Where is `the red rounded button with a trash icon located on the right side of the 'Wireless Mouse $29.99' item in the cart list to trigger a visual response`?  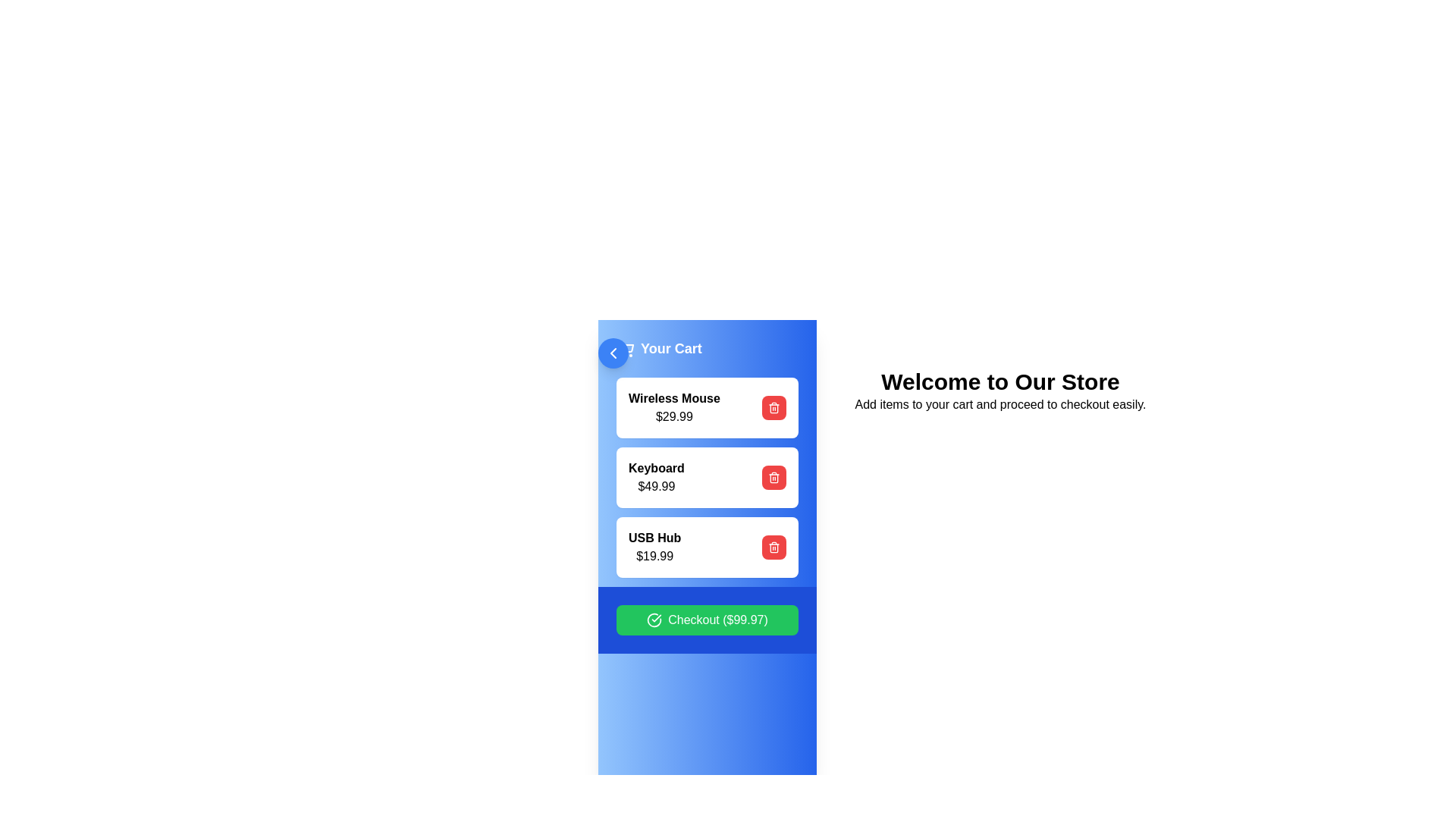
the red rounded button with a trash icon located on the right side of the 'Wireless Mouse $29.99' item in the cart list to trigger a visual response is located at coordinates (774, 406).